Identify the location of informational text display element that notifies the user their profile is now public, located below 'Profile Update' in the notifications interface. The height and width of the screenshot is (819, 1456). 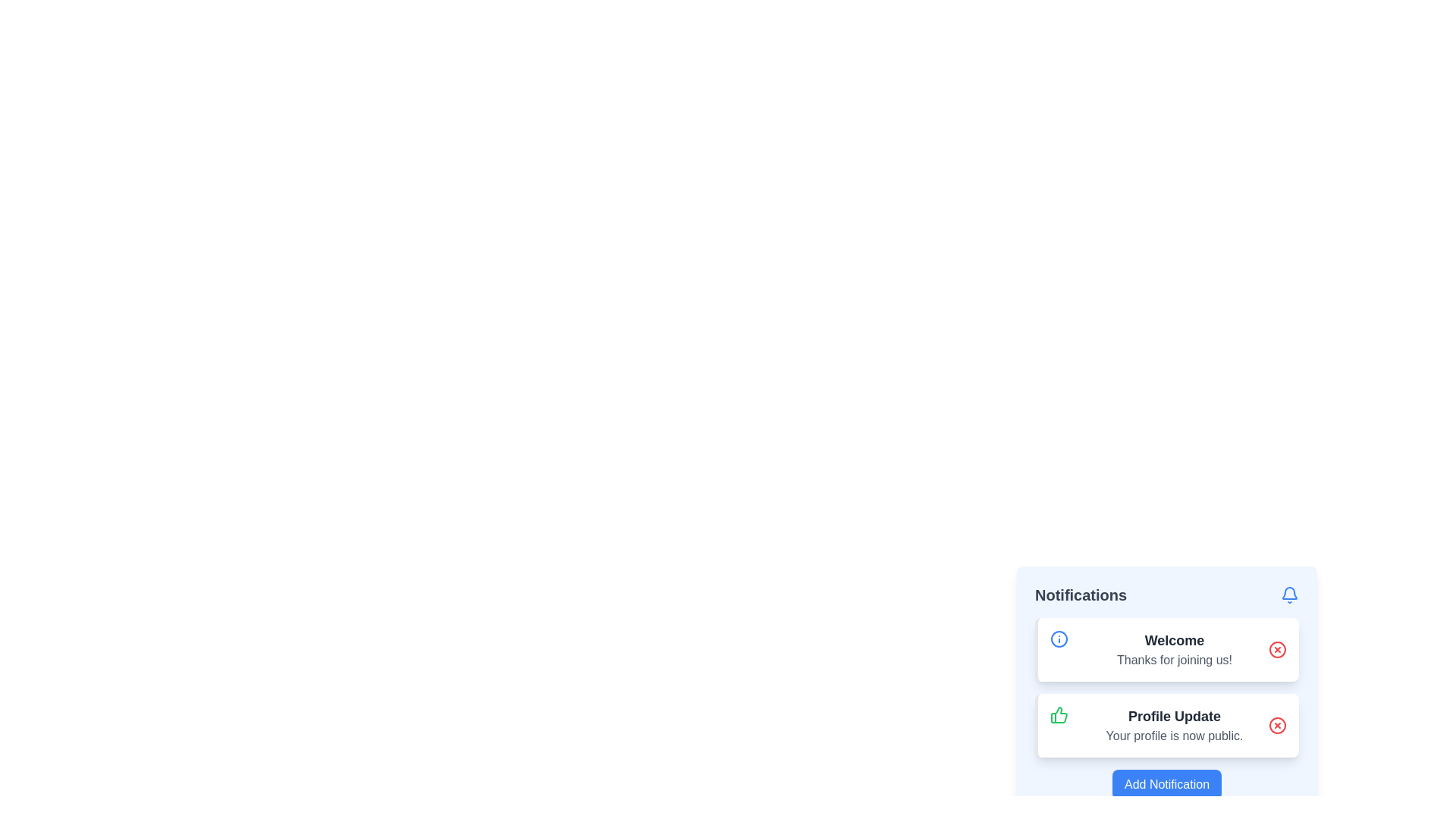
(1174, 736).